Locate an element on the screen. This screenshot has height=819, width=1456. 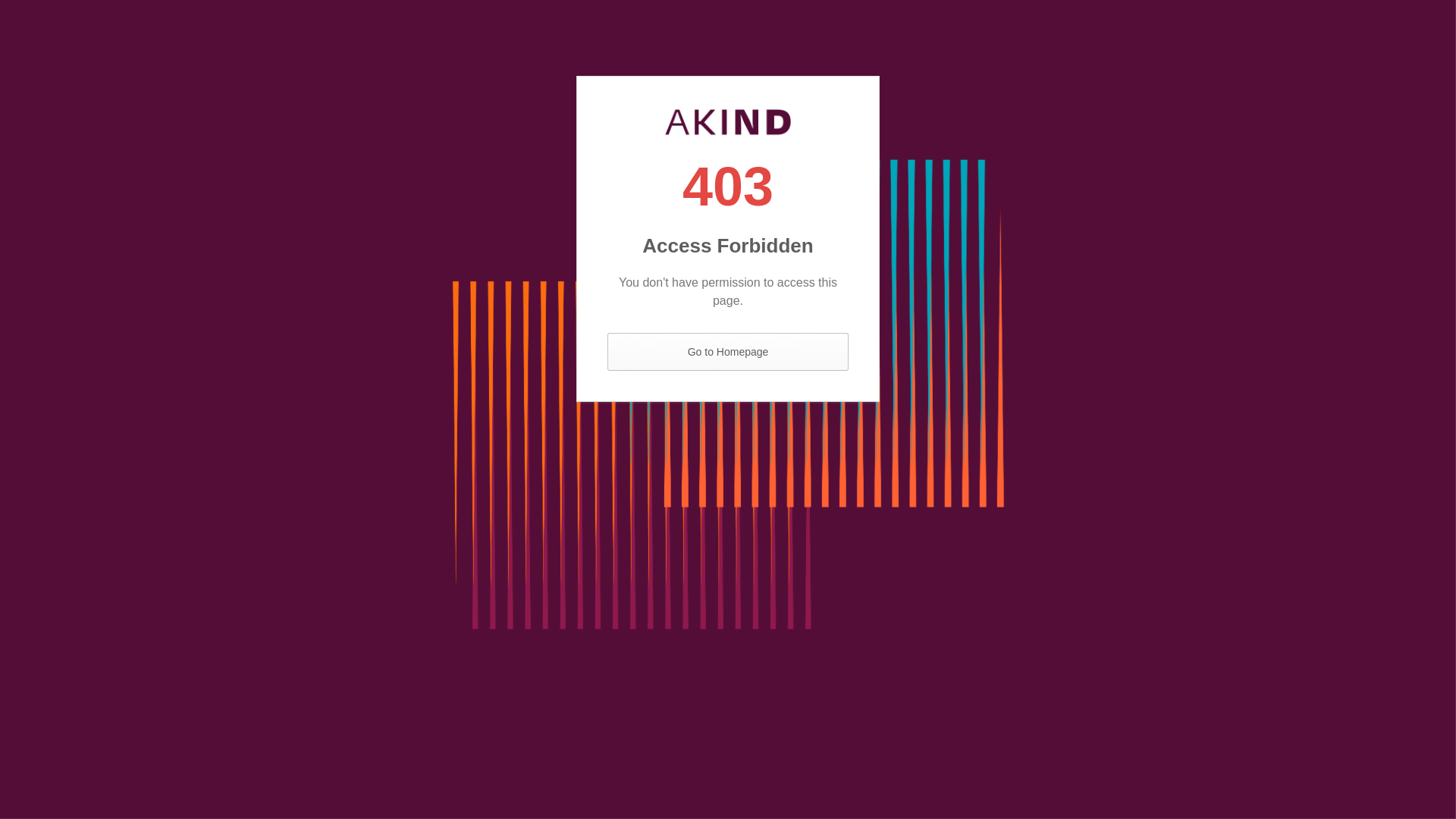
'Go to Homepage' is located at coordinates (728, 351).